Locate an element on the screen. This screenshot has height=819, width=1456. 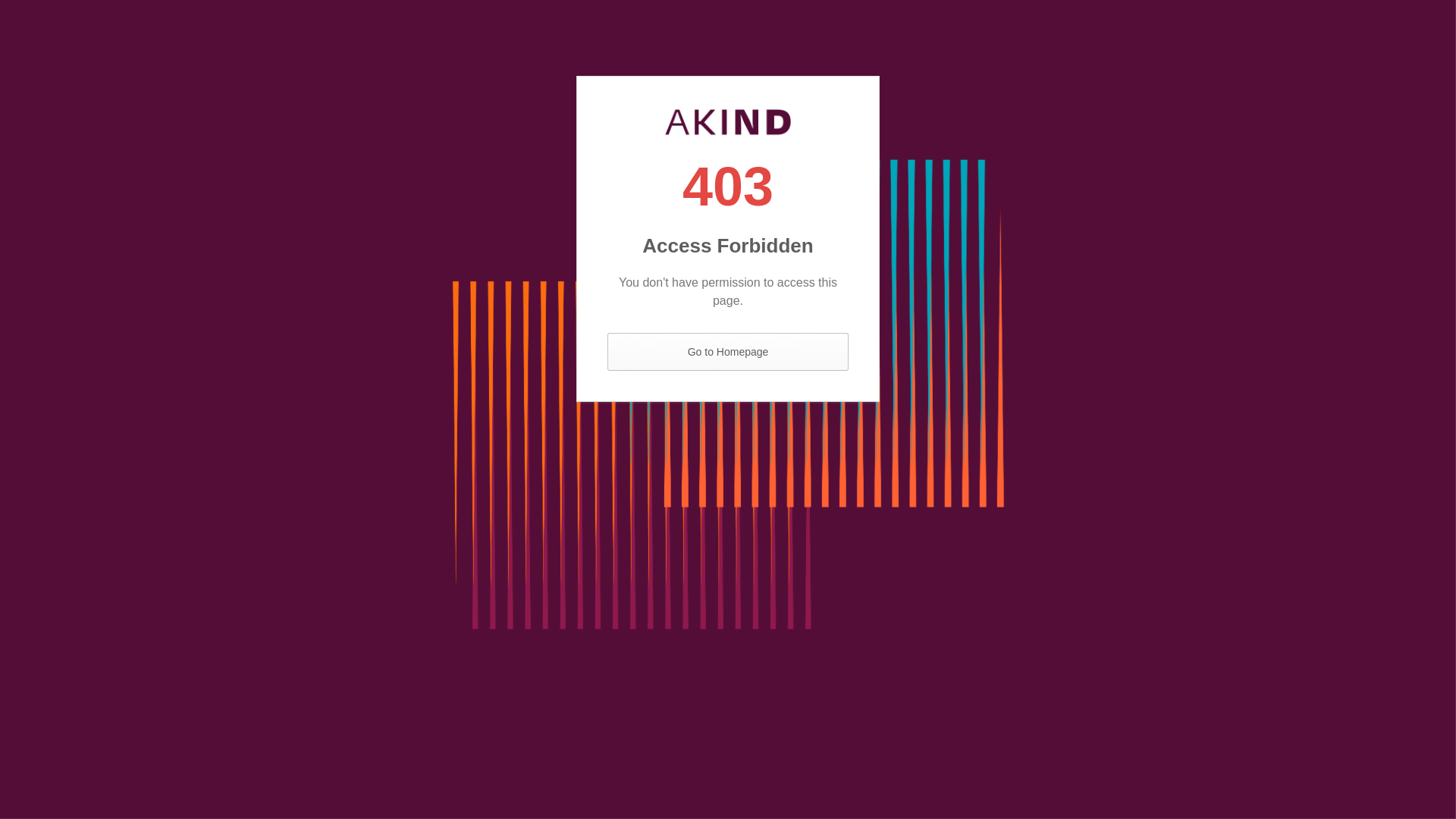
'Go to Homepage' is located at coordinates (728, 351).